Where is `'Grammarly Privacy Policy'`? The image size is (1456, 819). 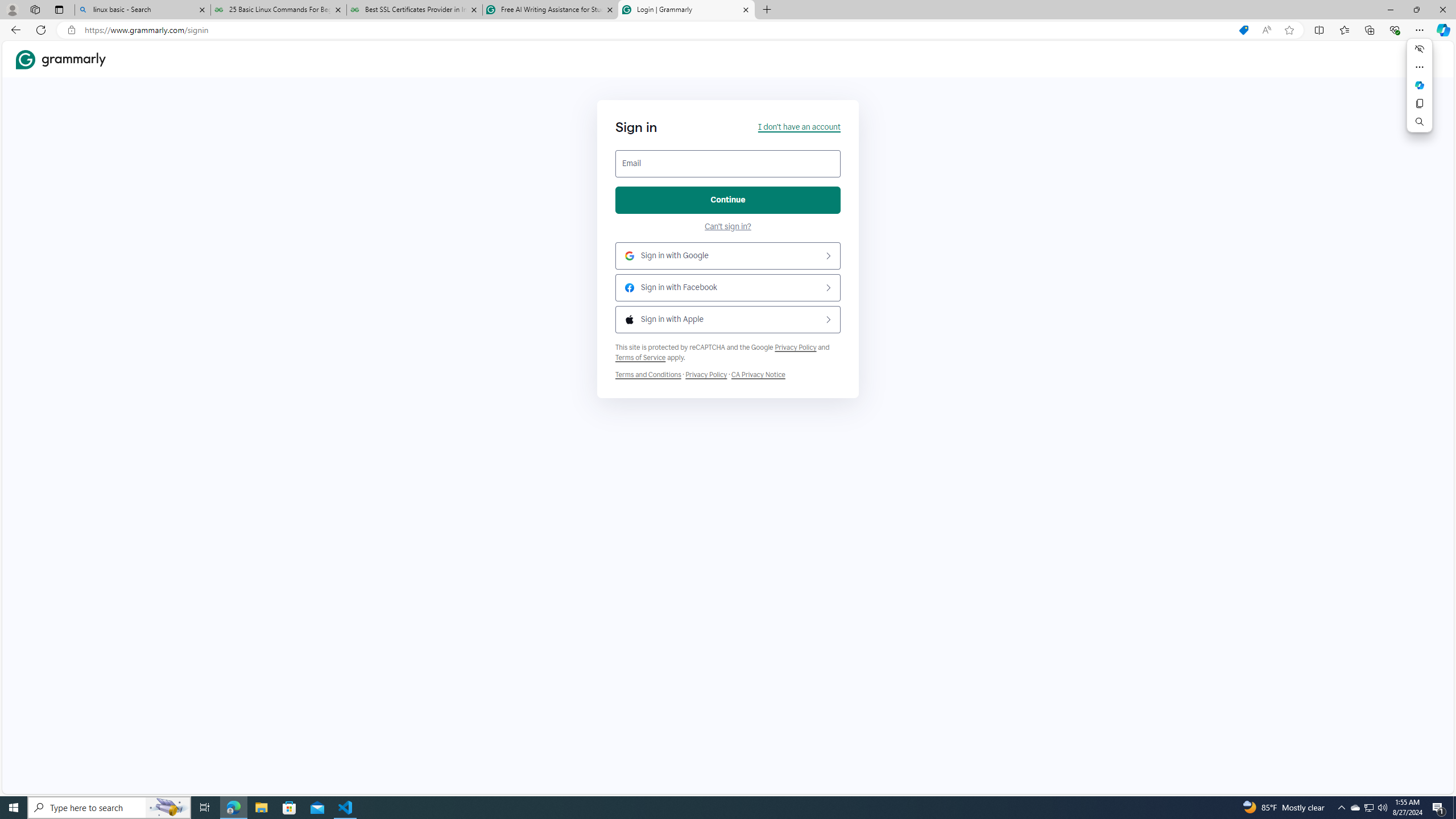 'Grammarly Privacy Policy' is located at coordinates (758, 374).